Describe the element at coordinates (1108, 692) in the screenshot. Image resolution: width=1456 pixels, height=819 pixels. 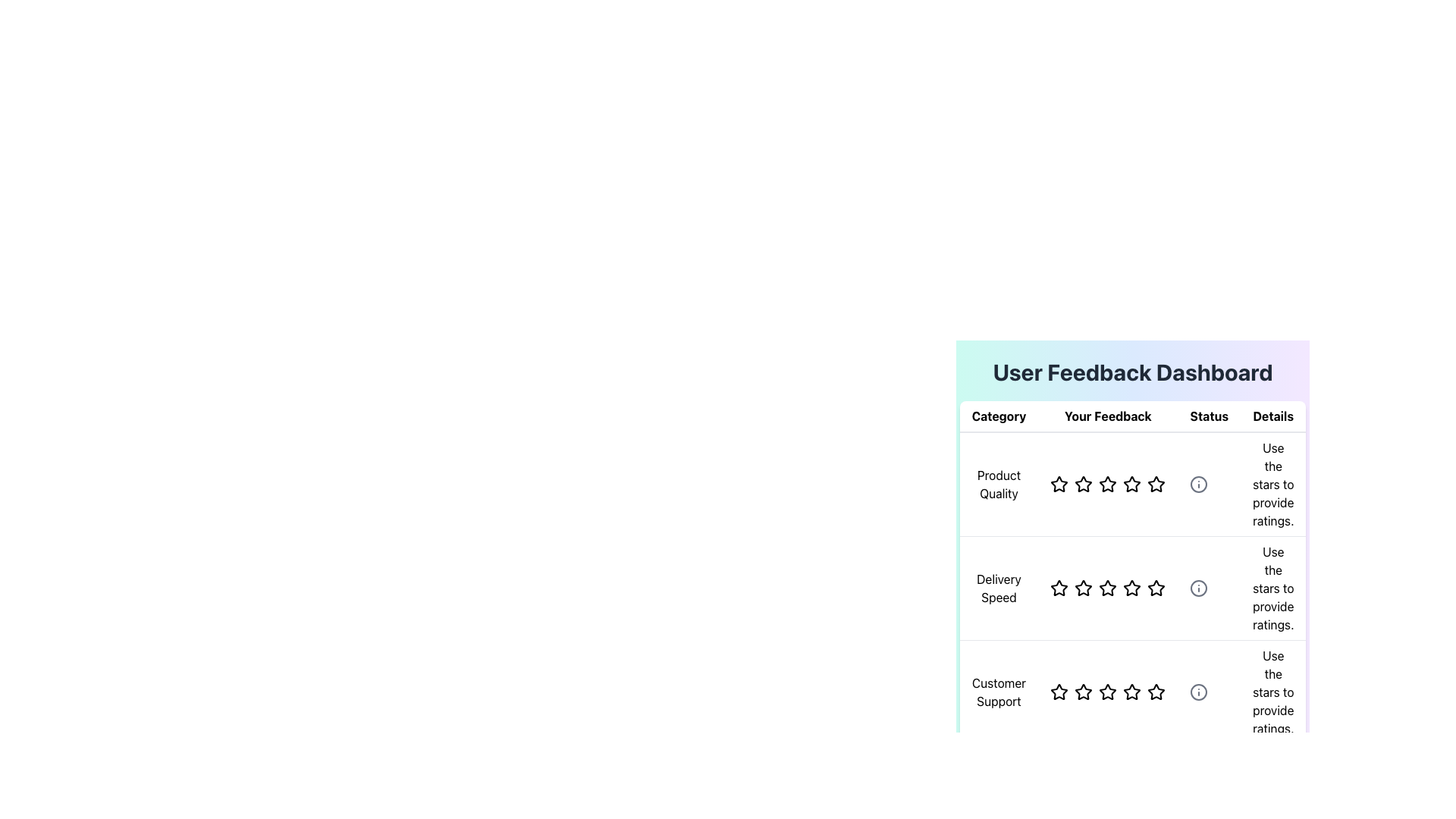
I see `the third star in the 'Customer Support' row of the star rating system to rate it` at that location.